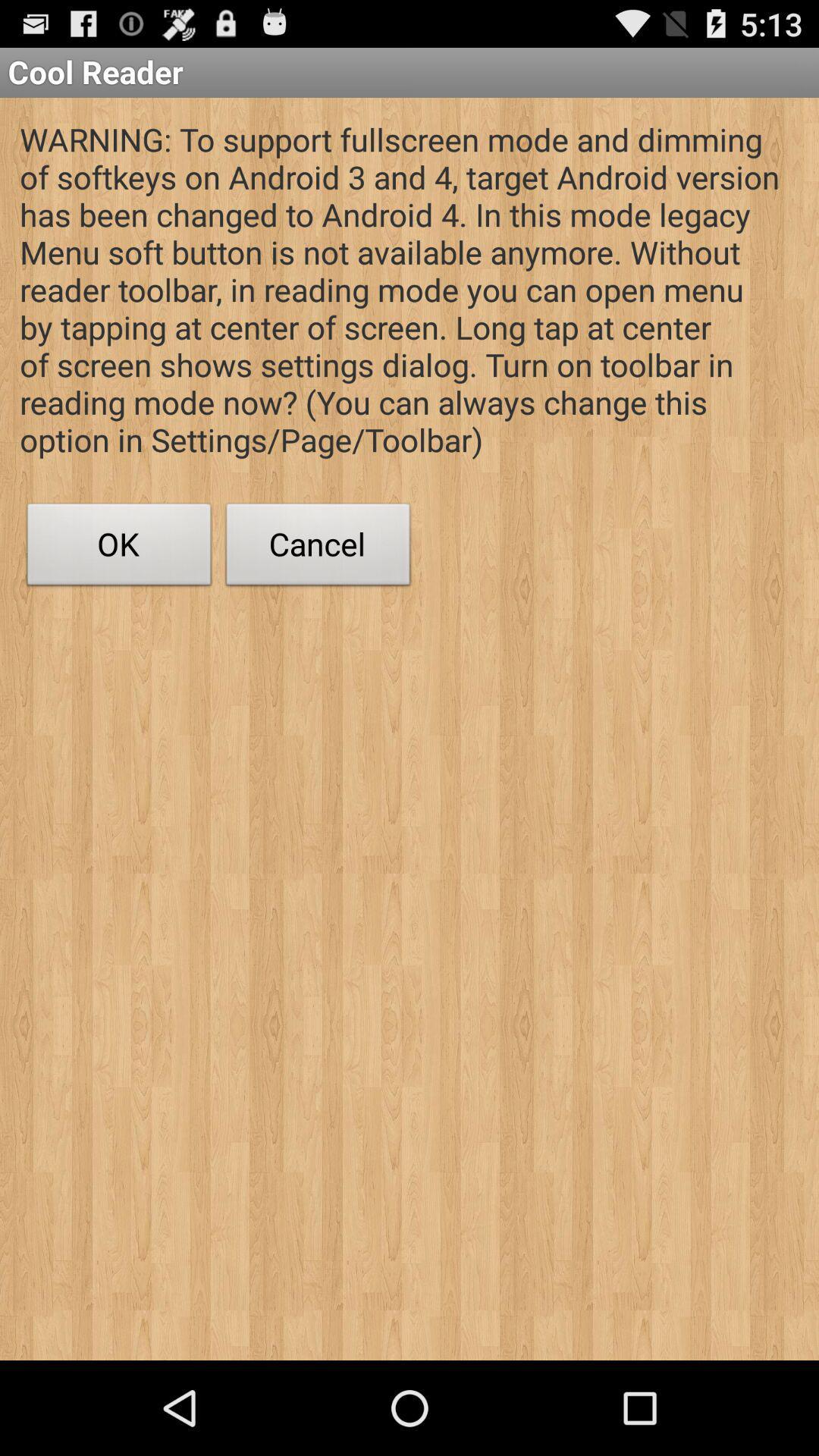 This screenshot has width=819, height=1456. What do you see at coordinates (118, 548) in the screenshot?
I see `icon to the left of cancel button` at bounding box center [118, 548].